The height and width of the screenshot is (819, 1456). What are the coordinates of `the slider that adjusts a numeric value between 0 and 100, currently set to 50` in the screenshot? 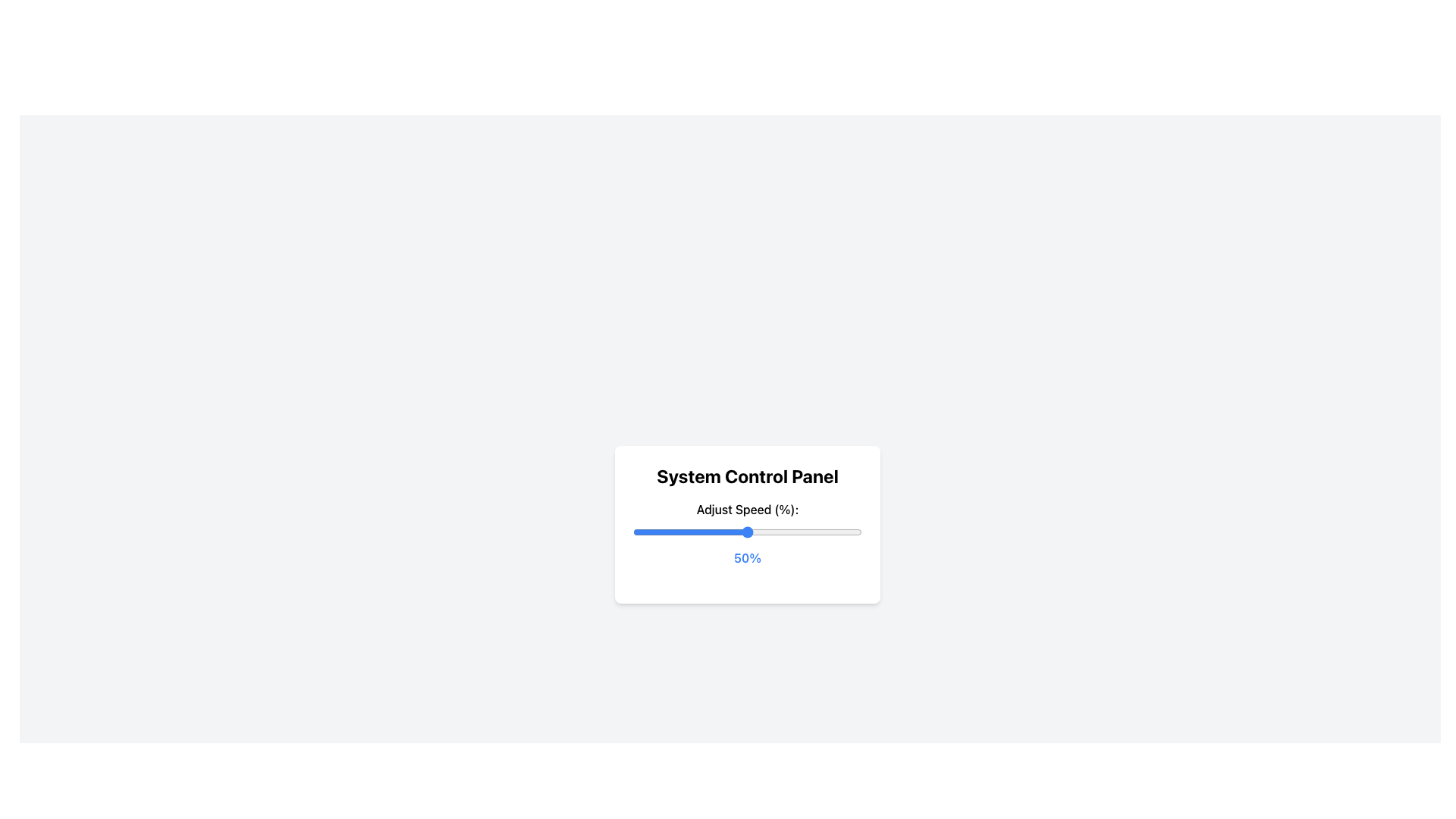 It's located at (747, 532).